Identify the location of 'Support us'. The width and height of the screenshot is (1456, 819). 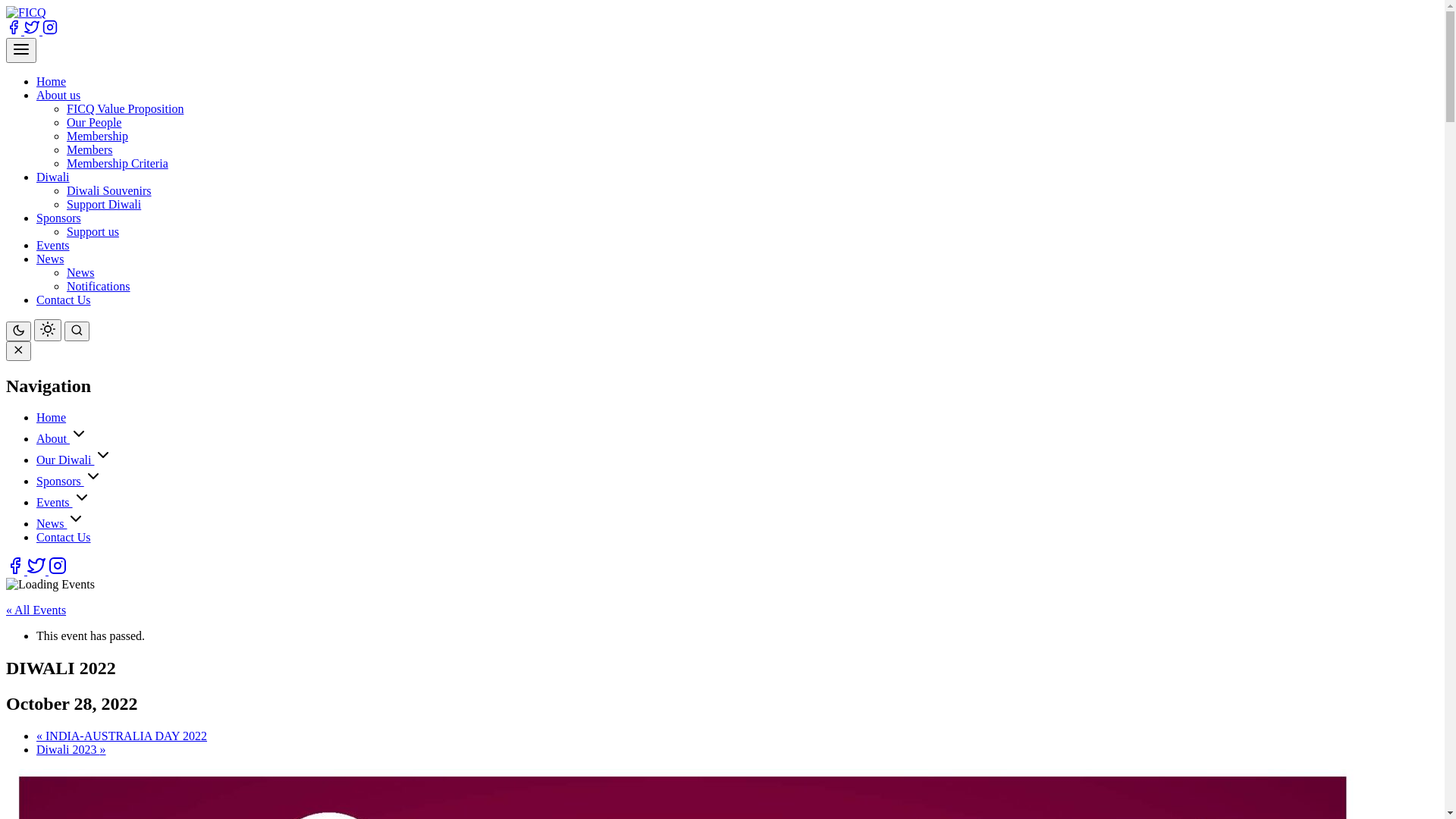
(92, 231).